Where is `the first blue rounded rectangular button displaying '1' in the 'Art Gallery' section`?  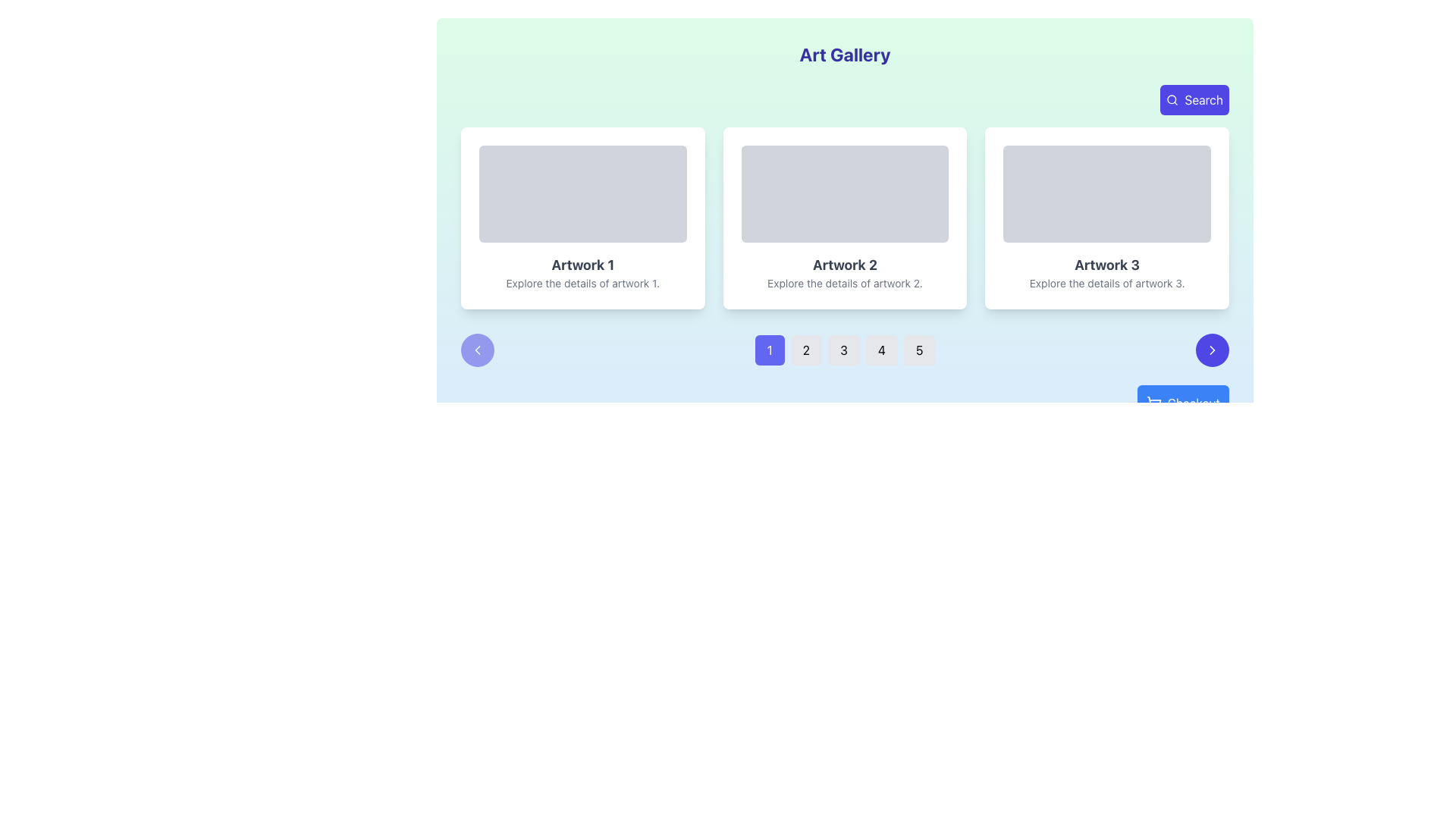
the first blue rounded rectangular button displaying '1' in the 'Art Gallery' section is located at coordinates (770, 350).